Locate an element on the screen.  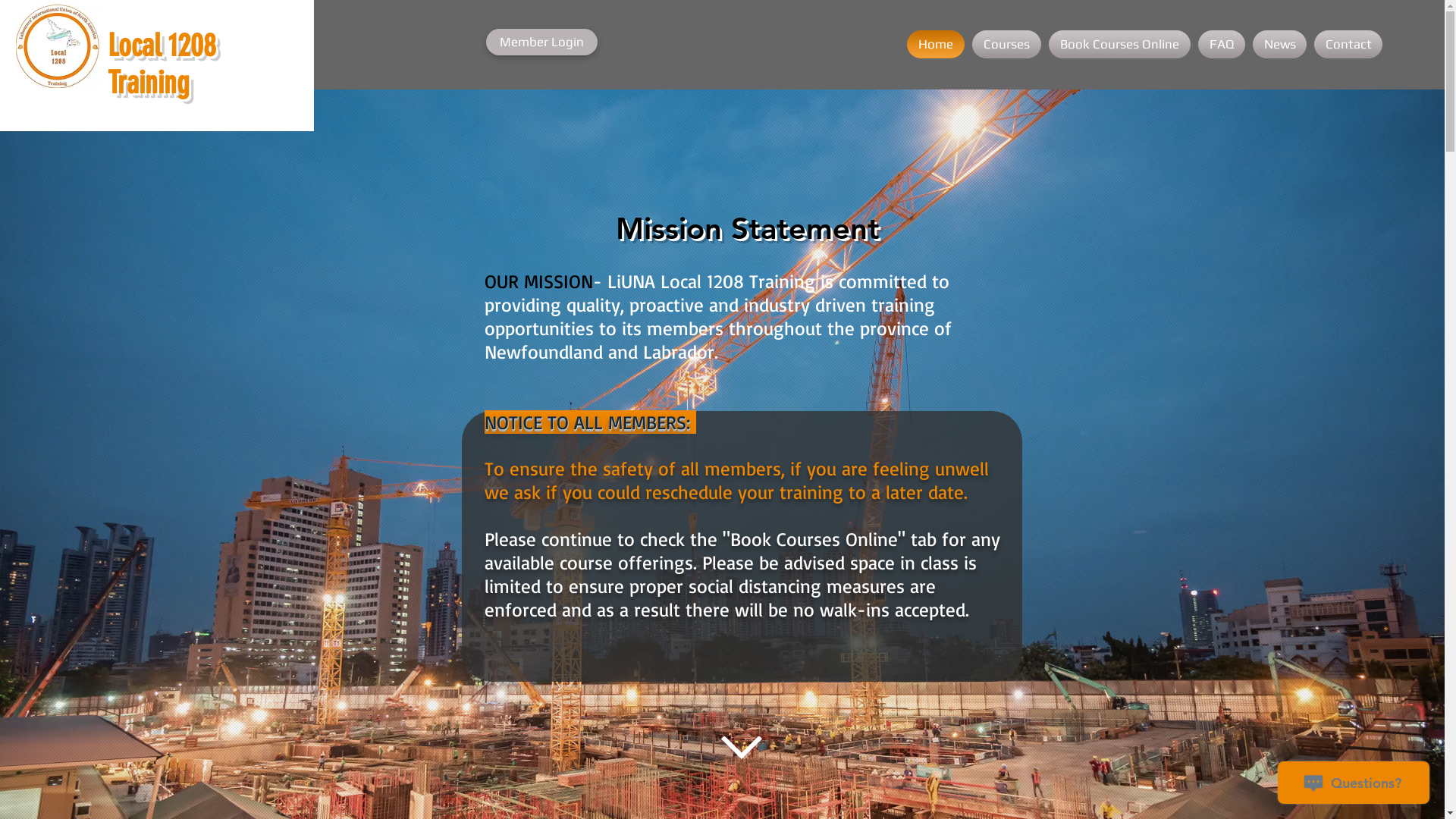
'News' is located at coordinates (1279, 43).